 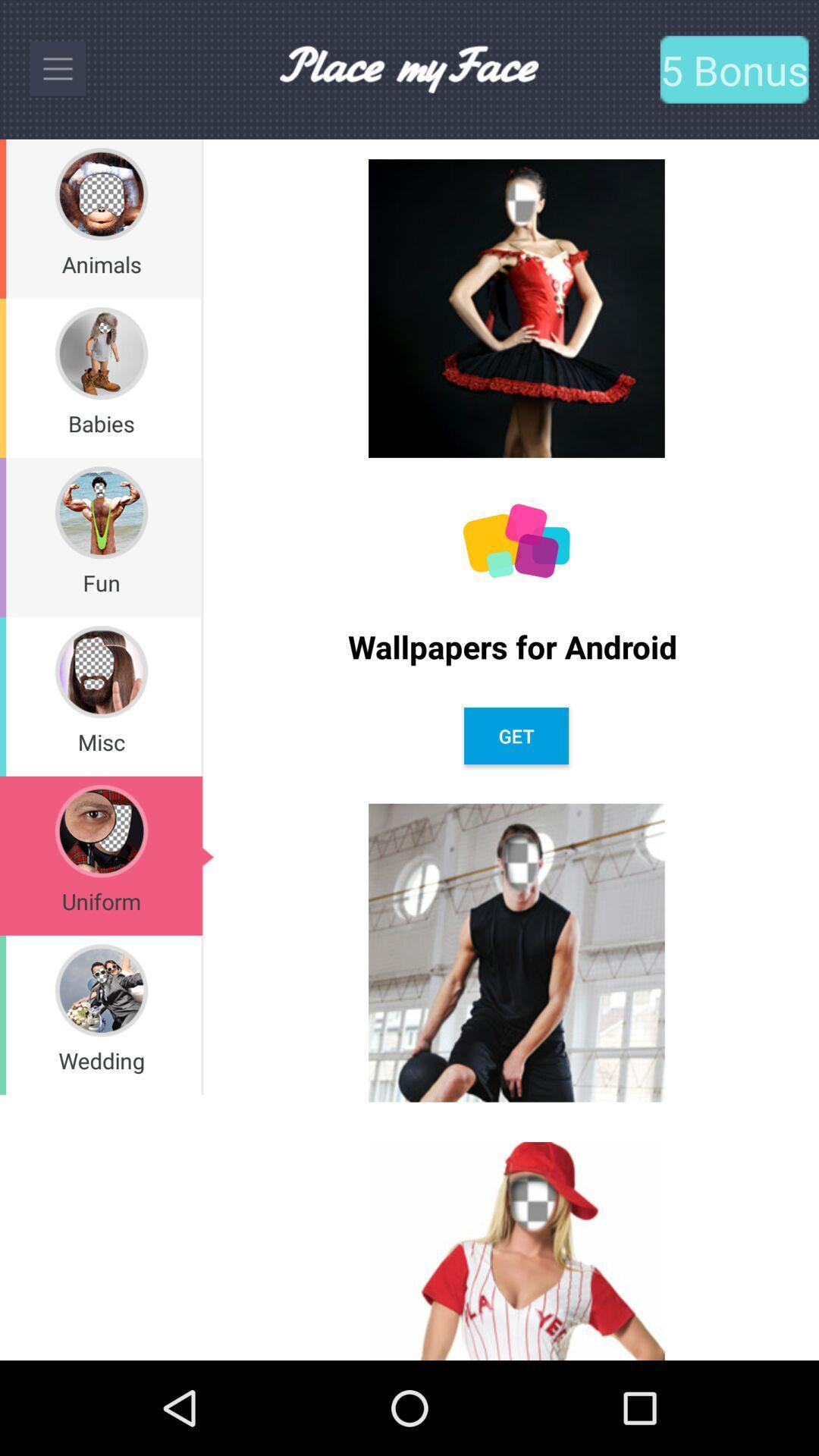 I want to click on misc symbol, so click(x=102, y=671).